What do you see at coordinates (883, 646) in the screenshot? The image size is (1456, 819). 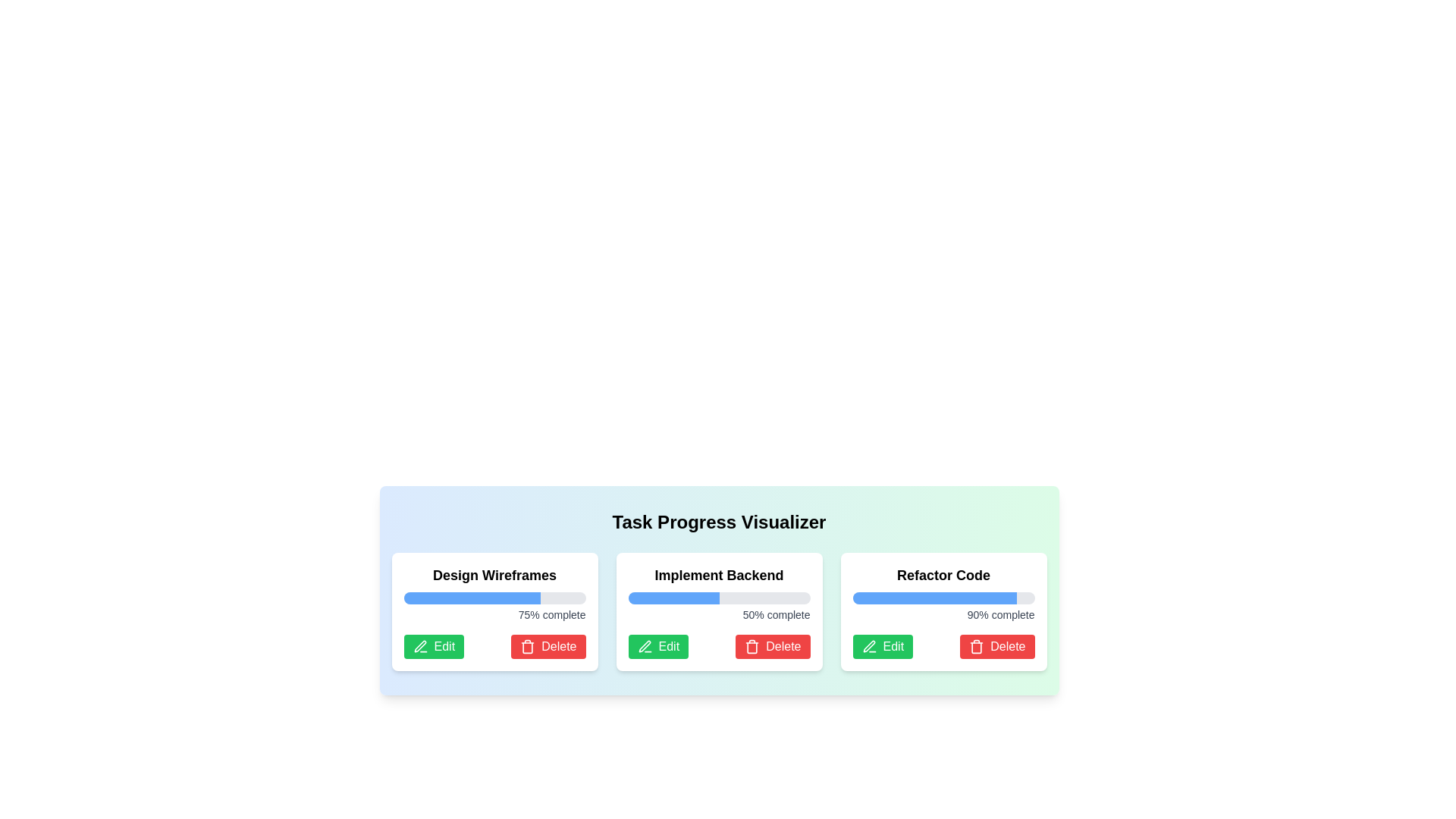 I see `the green 'Edit' button with a white pen icon located to the left of the 'Delete' button in the 'Refactor Code' task card` at bounding box center [883, 646].